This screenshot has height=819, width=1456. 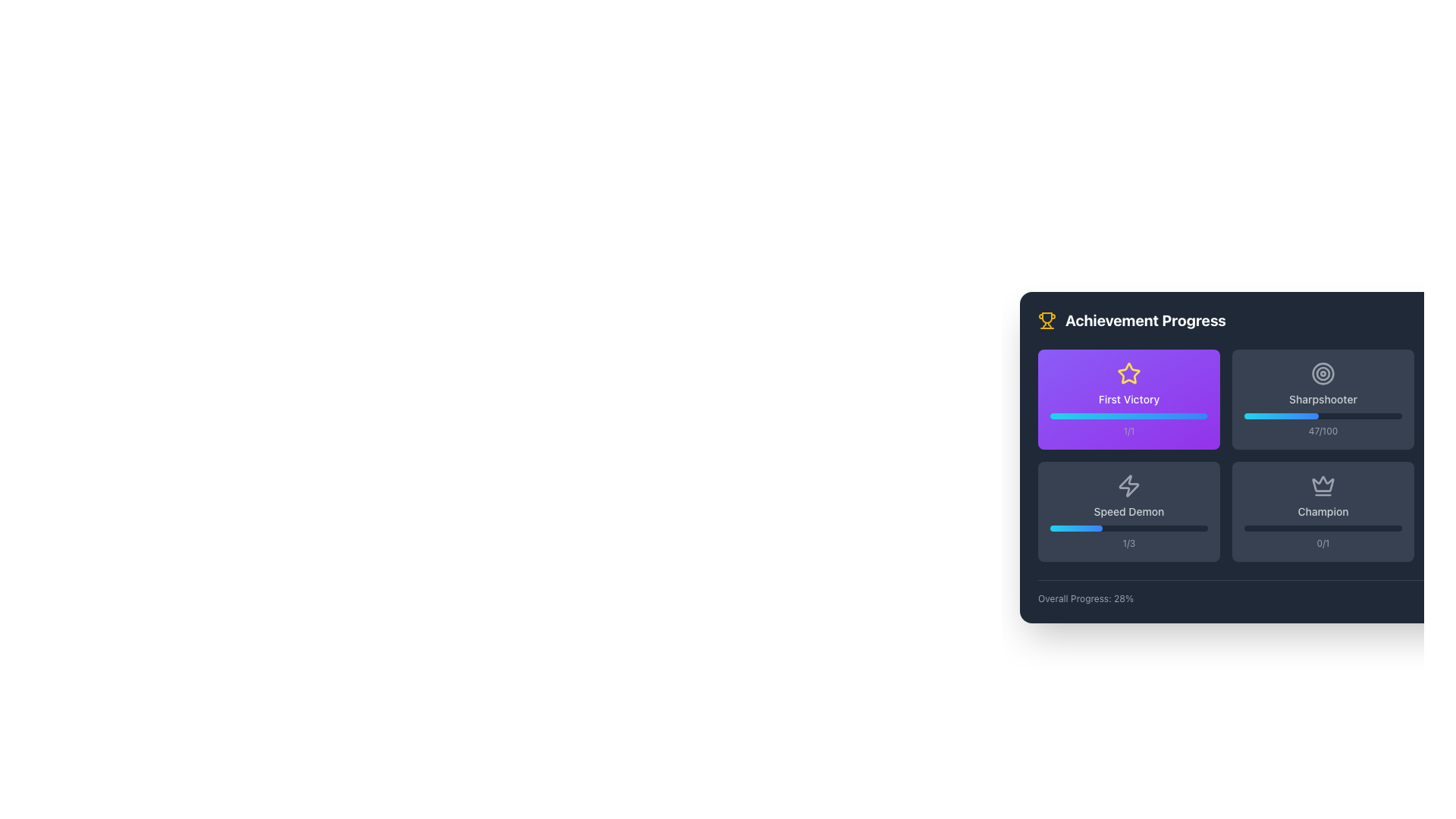 What do you see at coordinates (1323, 528) in the screenshot?
I see `the horizontal progress bar indicating the 'Champion' achievement progress, which is currently at 0%, located in the right column of the bottom row under 'Achievement Progress'` at bounding box center [1323, 528].